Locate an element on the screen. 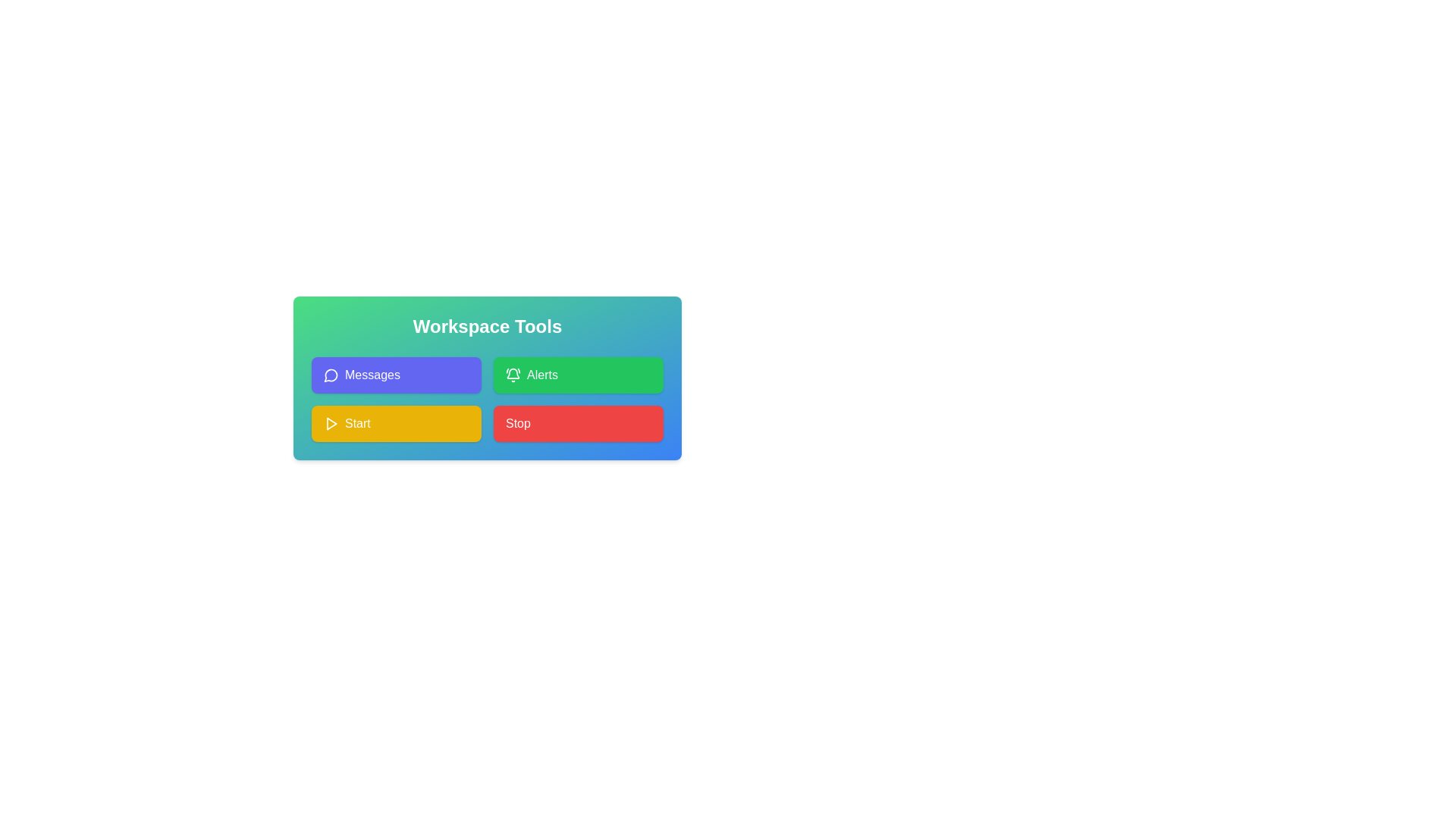 The width and height of the screenshot is (1456, 819). the small triangular play icon within the bright yellow 'Start' button is located at coordinates (330, 424).